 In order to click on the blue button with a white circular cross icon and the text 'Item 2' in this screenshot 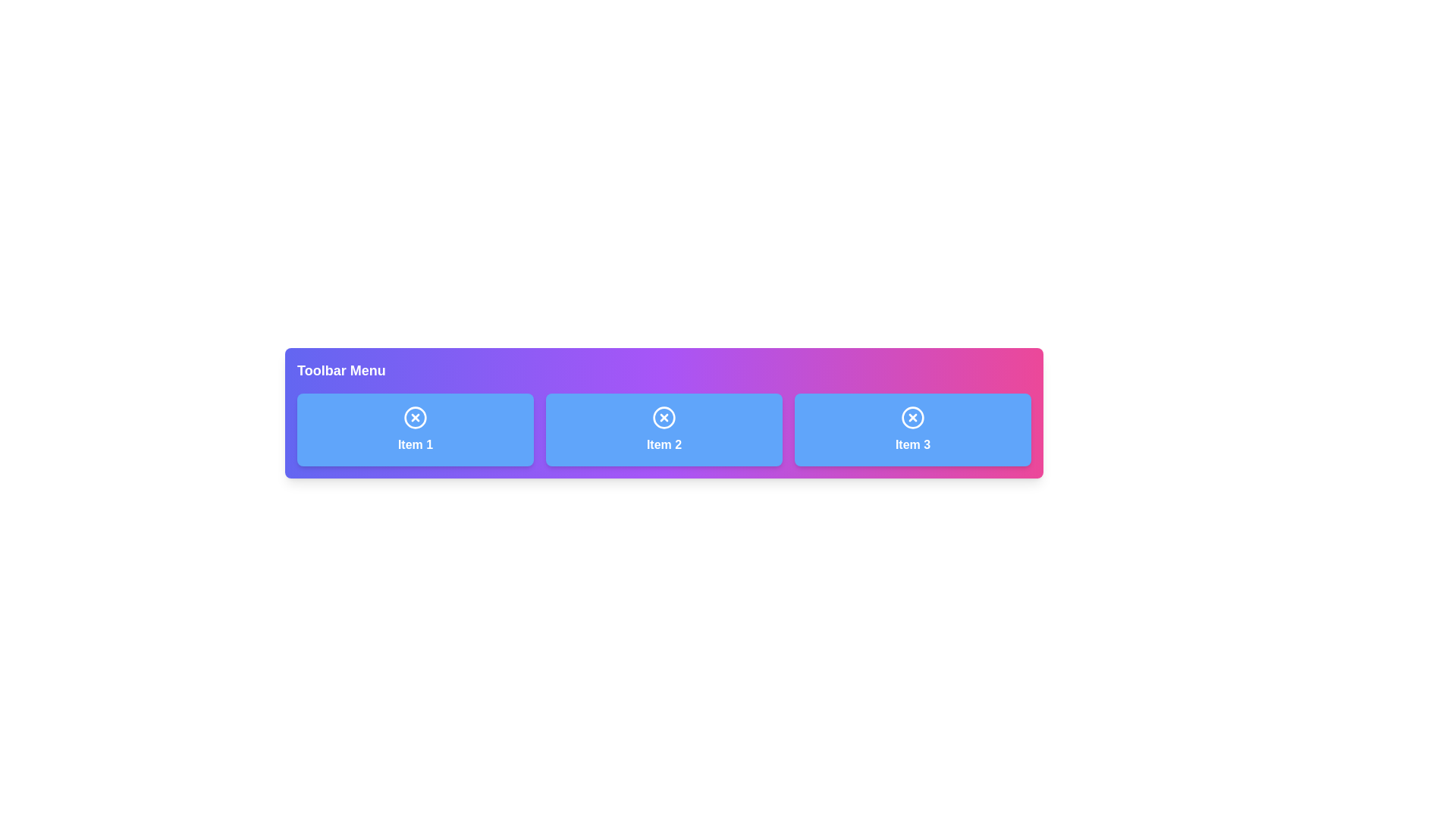, I will do `click(664, 430)`.